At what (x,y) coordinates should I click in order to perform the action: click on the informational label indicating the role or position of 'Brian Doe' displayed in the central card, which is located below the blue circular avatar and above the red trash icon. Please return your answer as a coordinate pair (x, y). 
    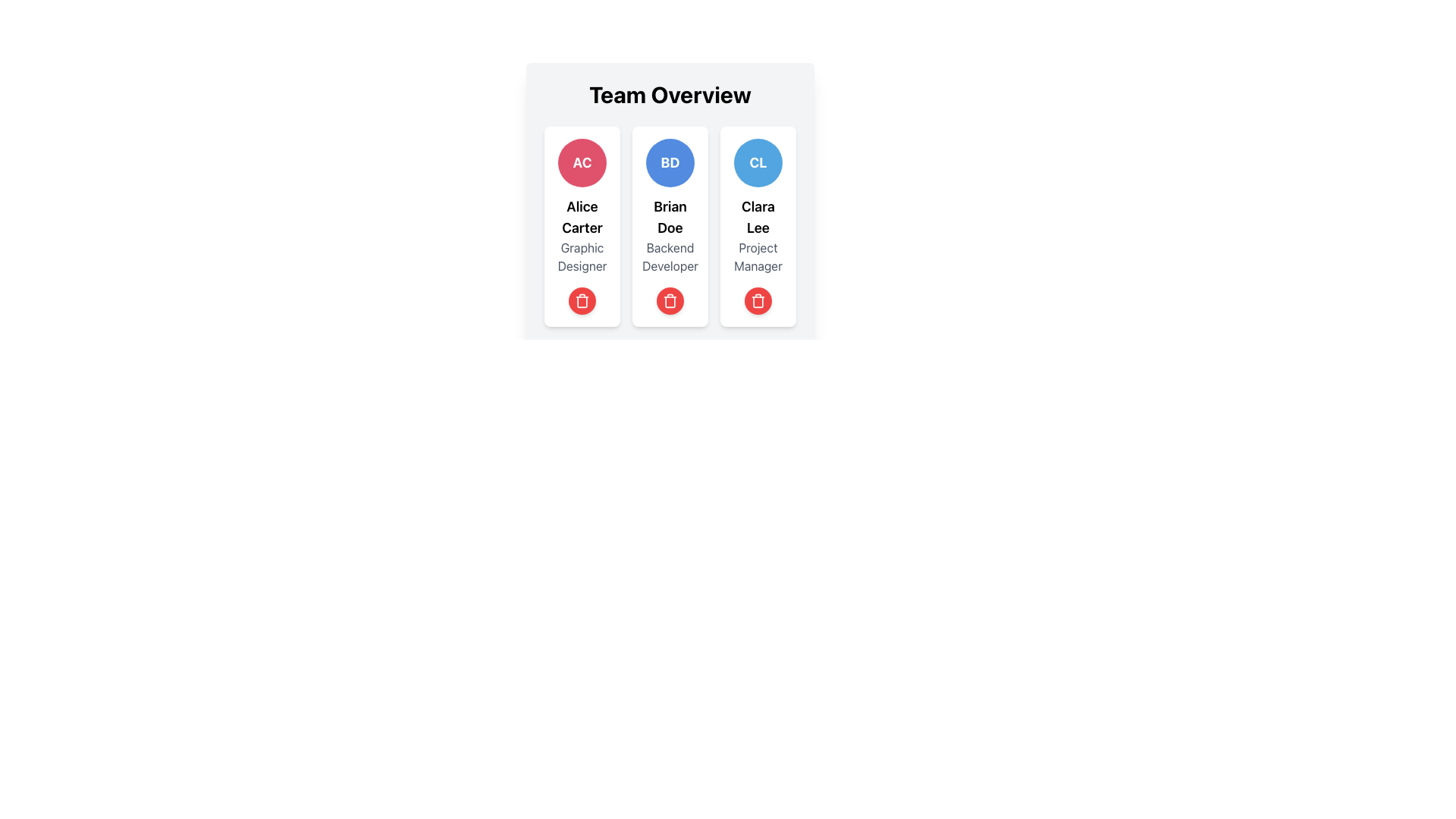
    Looking at the image, I should click on (669, 256).